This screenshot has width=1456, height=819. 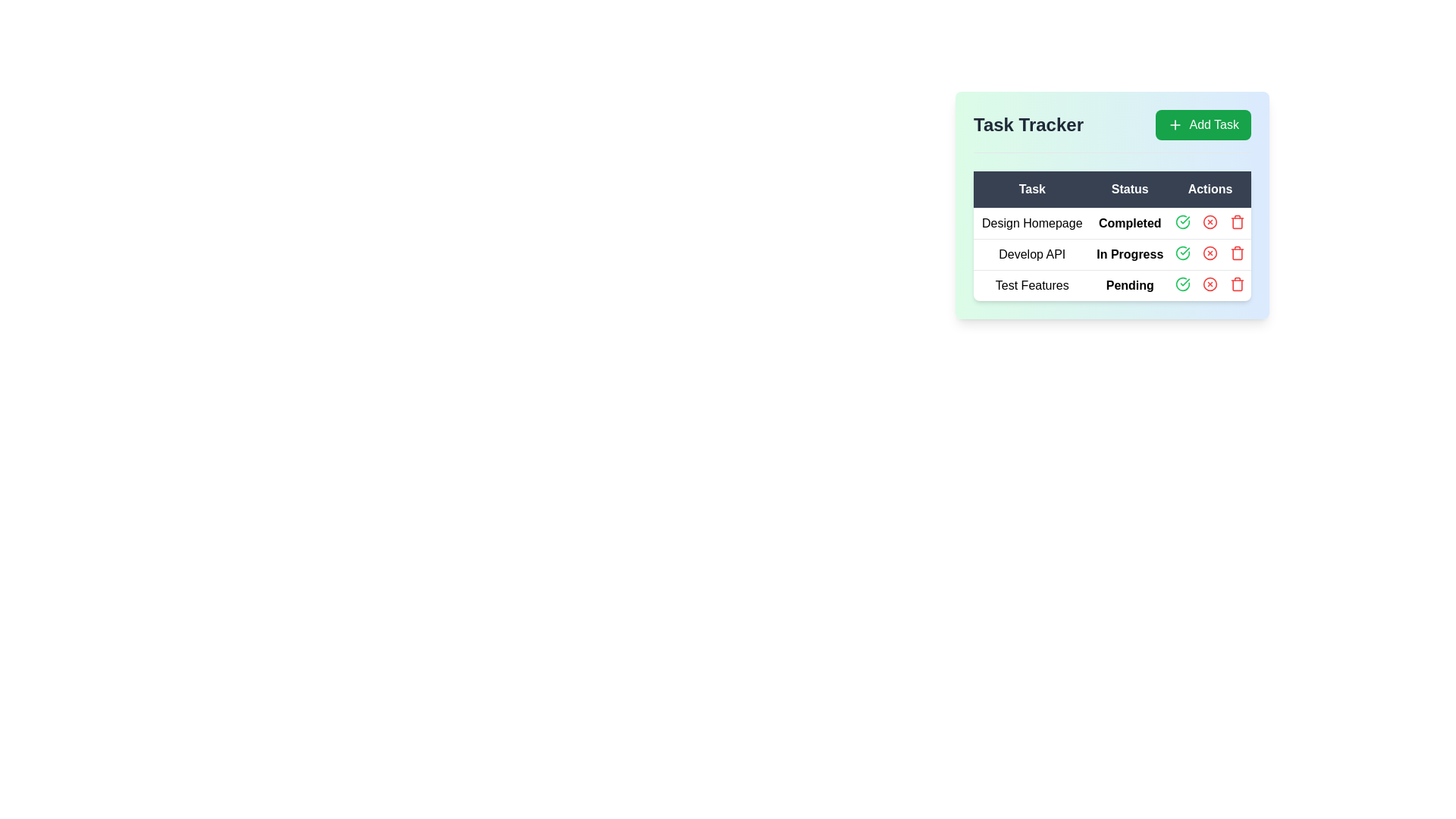 What do you see at coordinates (1182, 222) in the screenshot?
I see `the green circular button with a checkmark inside it, located under the 'Actions' column in the first row for the 'Design Homepage' task, to confirm or complete the task` at bounding box center [1182, 222].